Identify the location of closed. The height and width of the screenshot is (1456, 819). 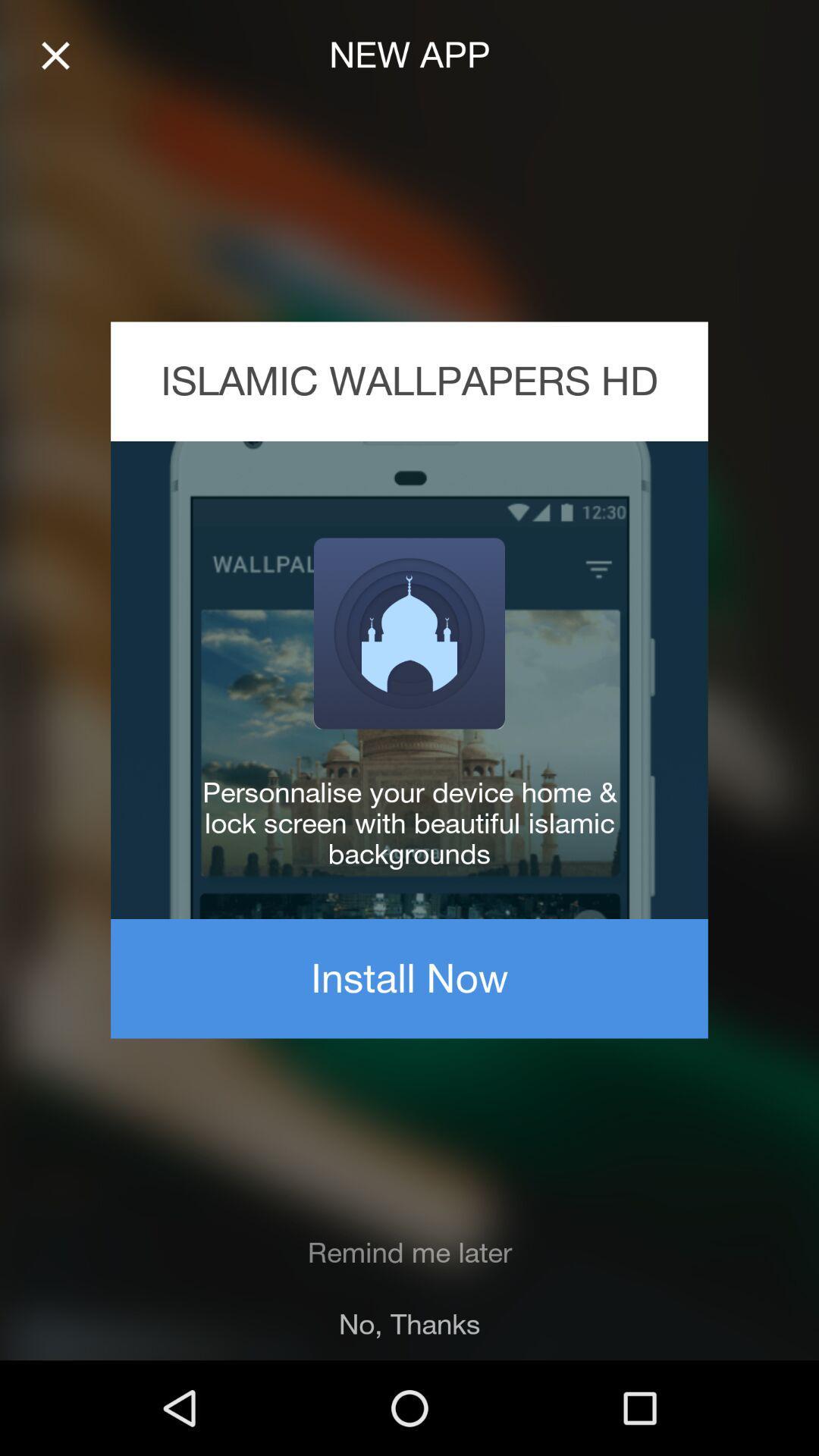
(55, 55).